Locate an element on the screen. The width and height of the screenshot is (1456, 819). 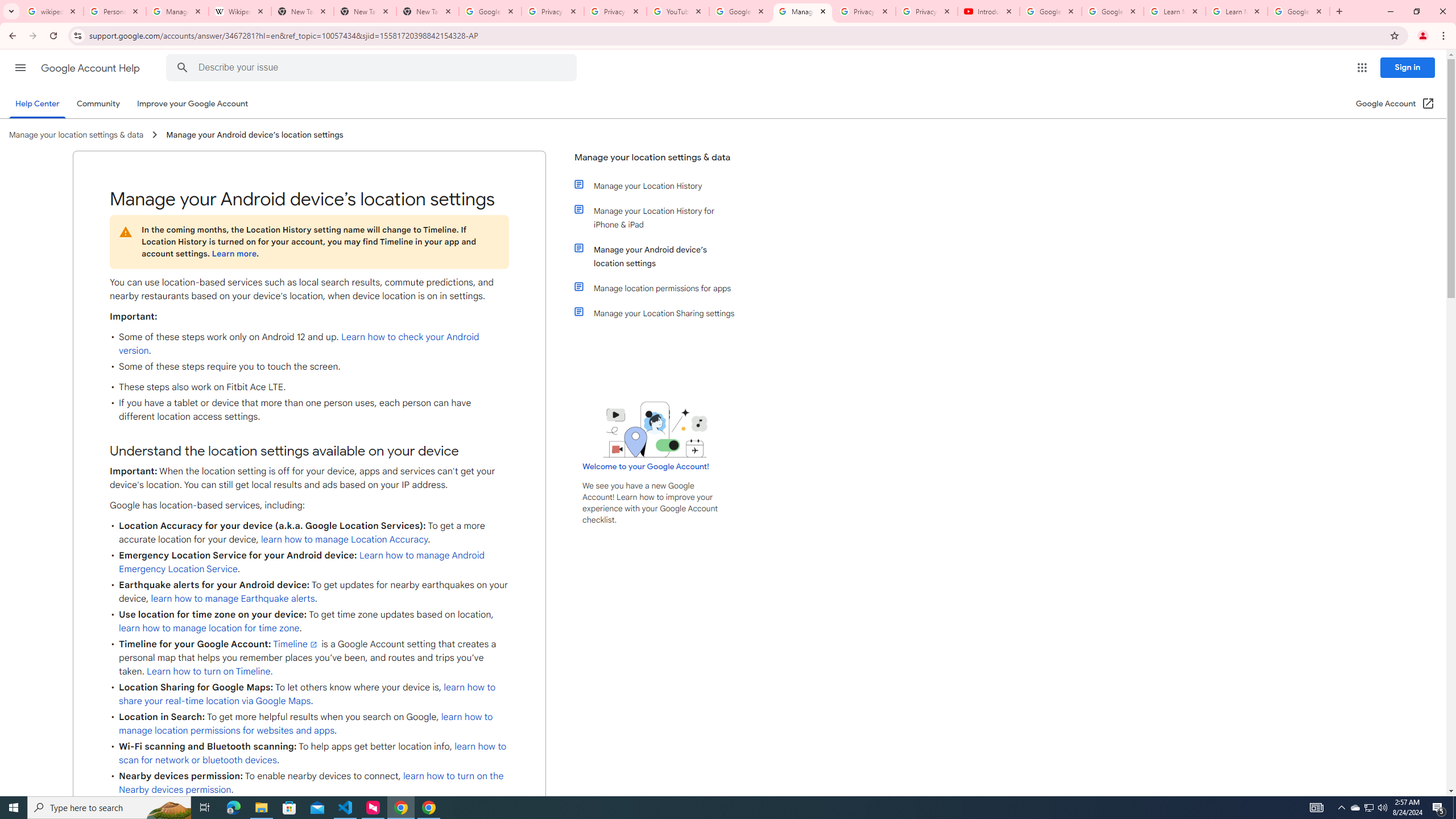
'Google Account Help' is located at coordinates (91, 68).